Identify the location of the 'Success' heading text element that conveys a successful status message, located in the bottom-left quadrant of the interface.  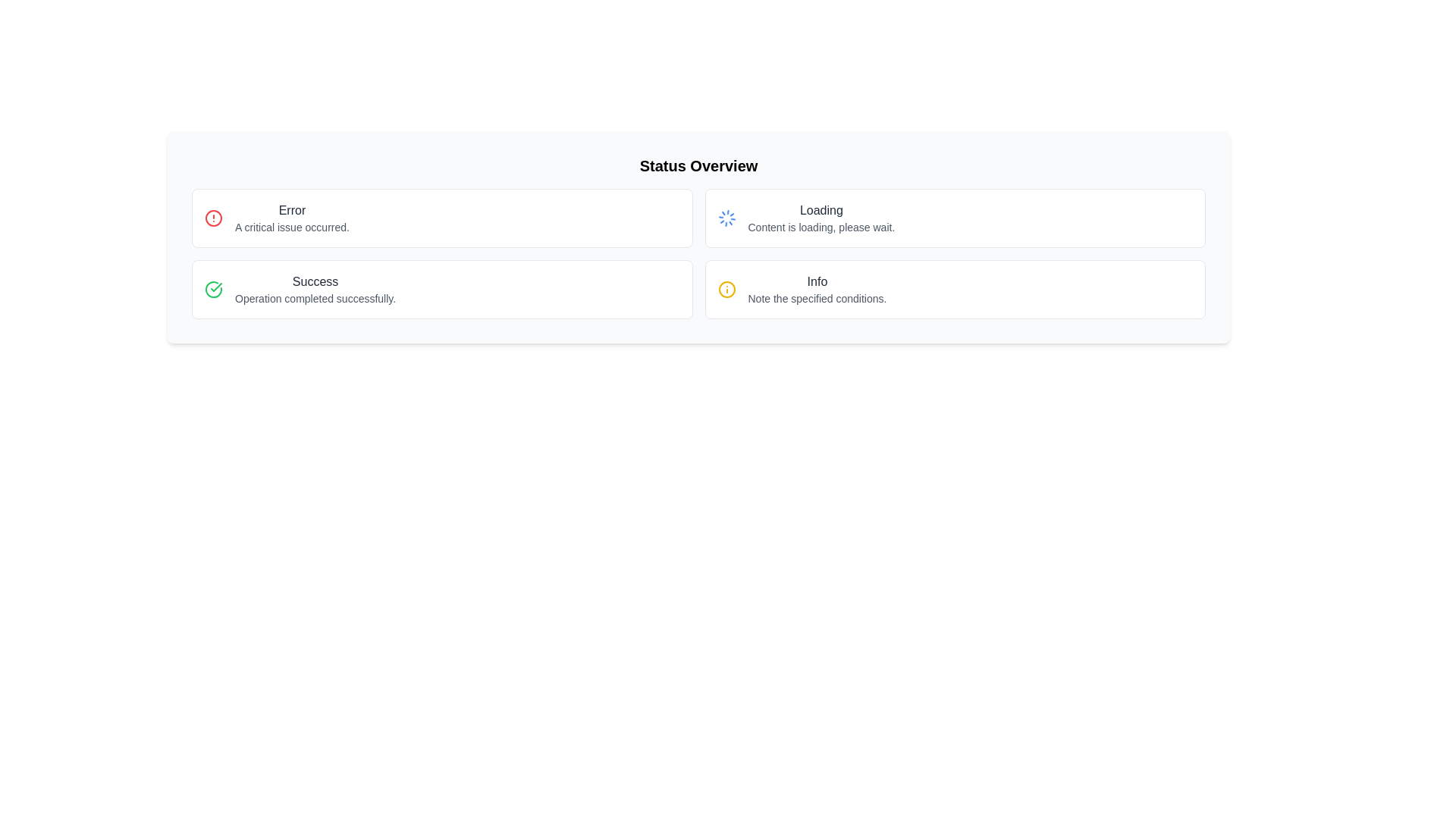
(315, 281).